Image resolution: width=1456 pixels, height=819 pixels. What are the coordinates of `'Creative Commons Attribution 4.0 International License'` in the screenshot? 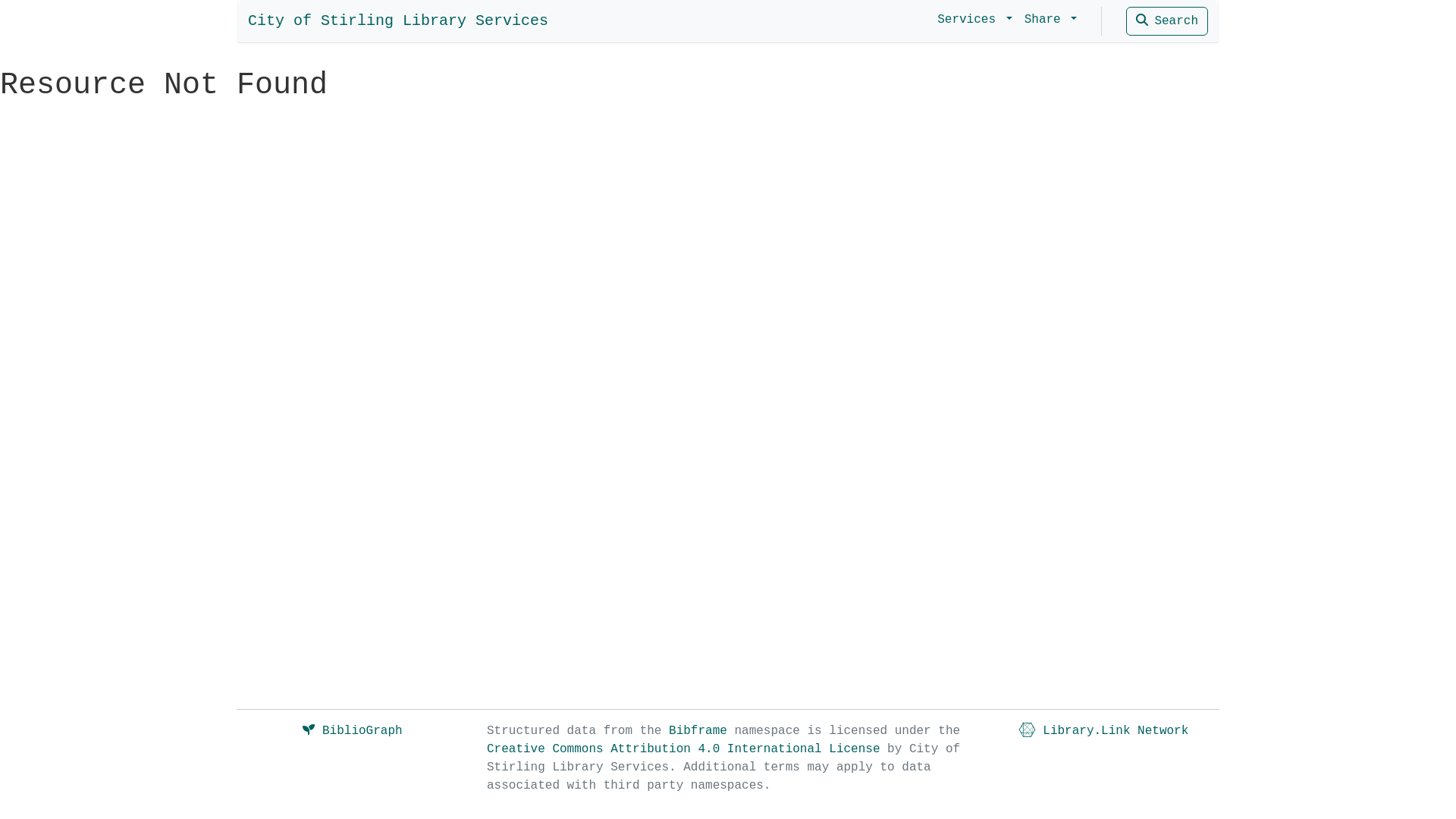 It's located at (682, 748).